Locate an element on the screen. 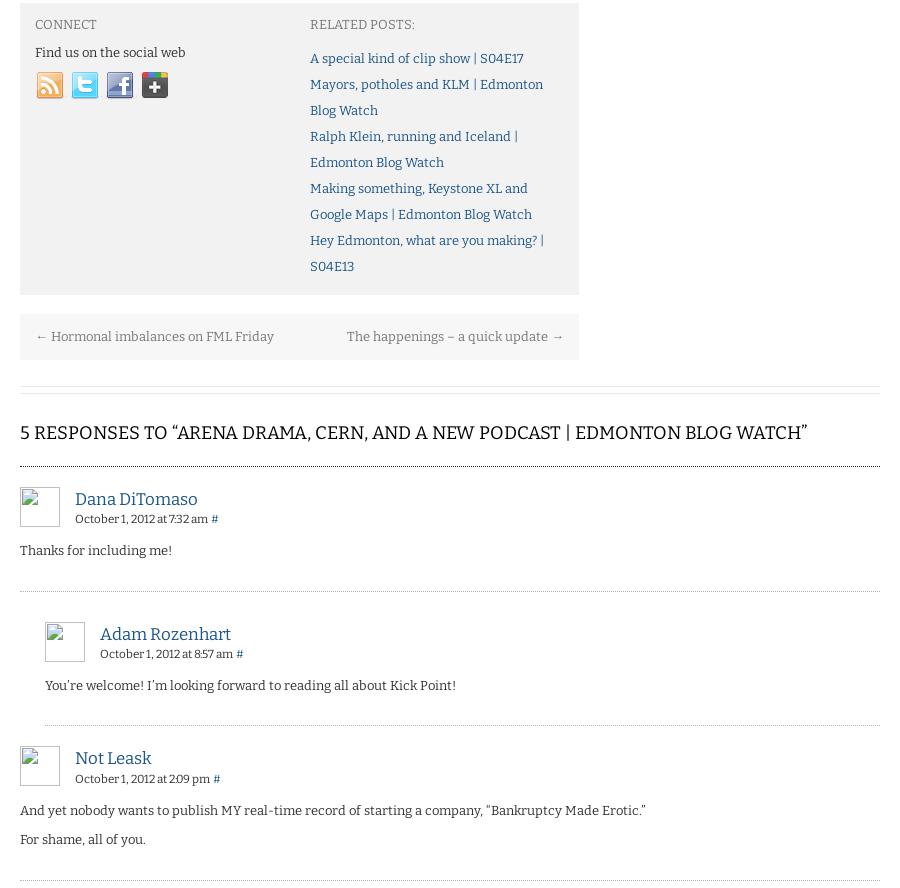 The width and height of the screenshot is (900, 888). 'Making something, Keystone XL and Google Maps | Edmonton Blog Watch' is located at coordinates (421, 199).